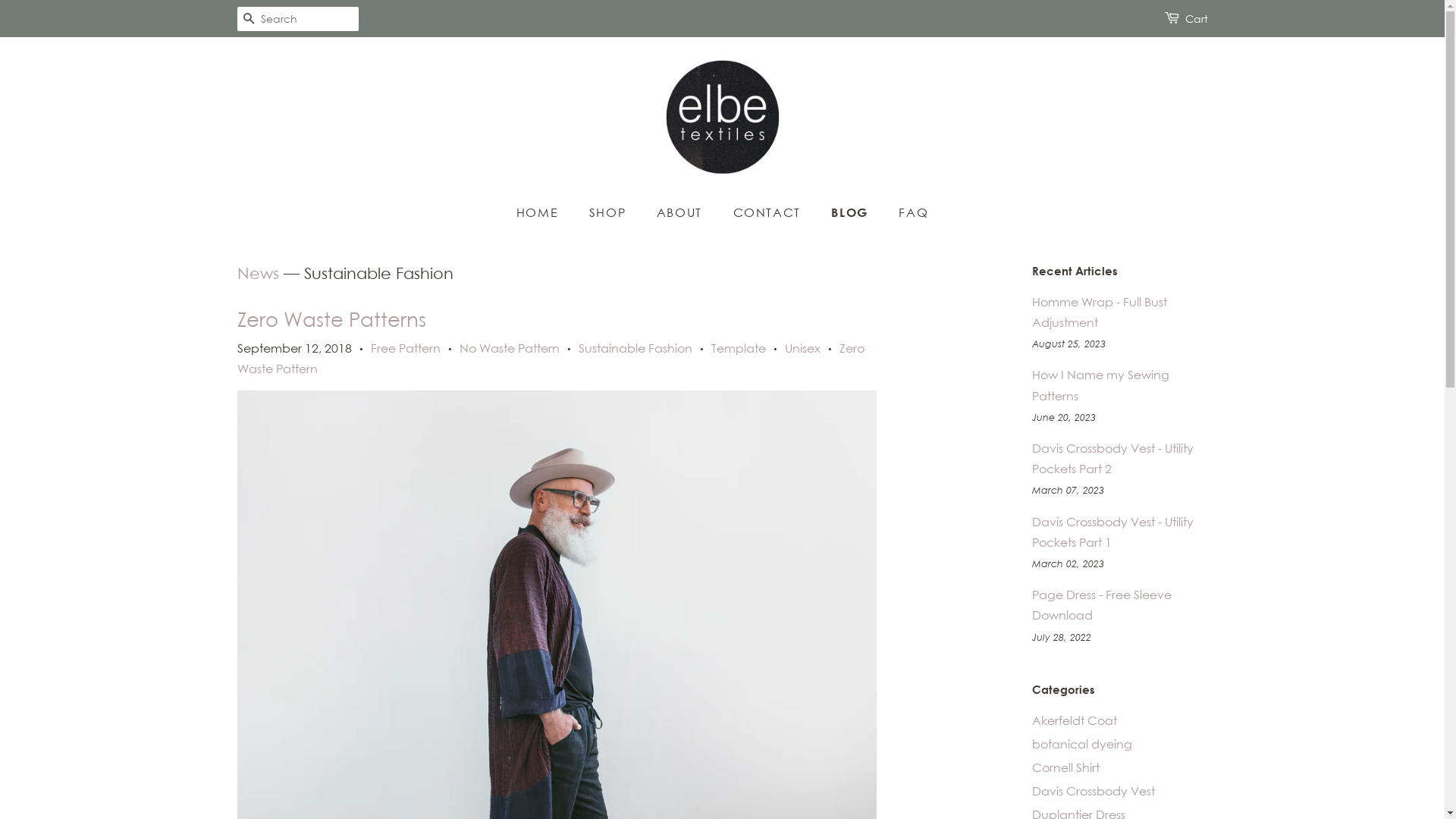 This screenshot has height=819, width=1456. Describe the element at coordinates (768, 212) in the screenshot. I see `'CONTACT'` at that location.